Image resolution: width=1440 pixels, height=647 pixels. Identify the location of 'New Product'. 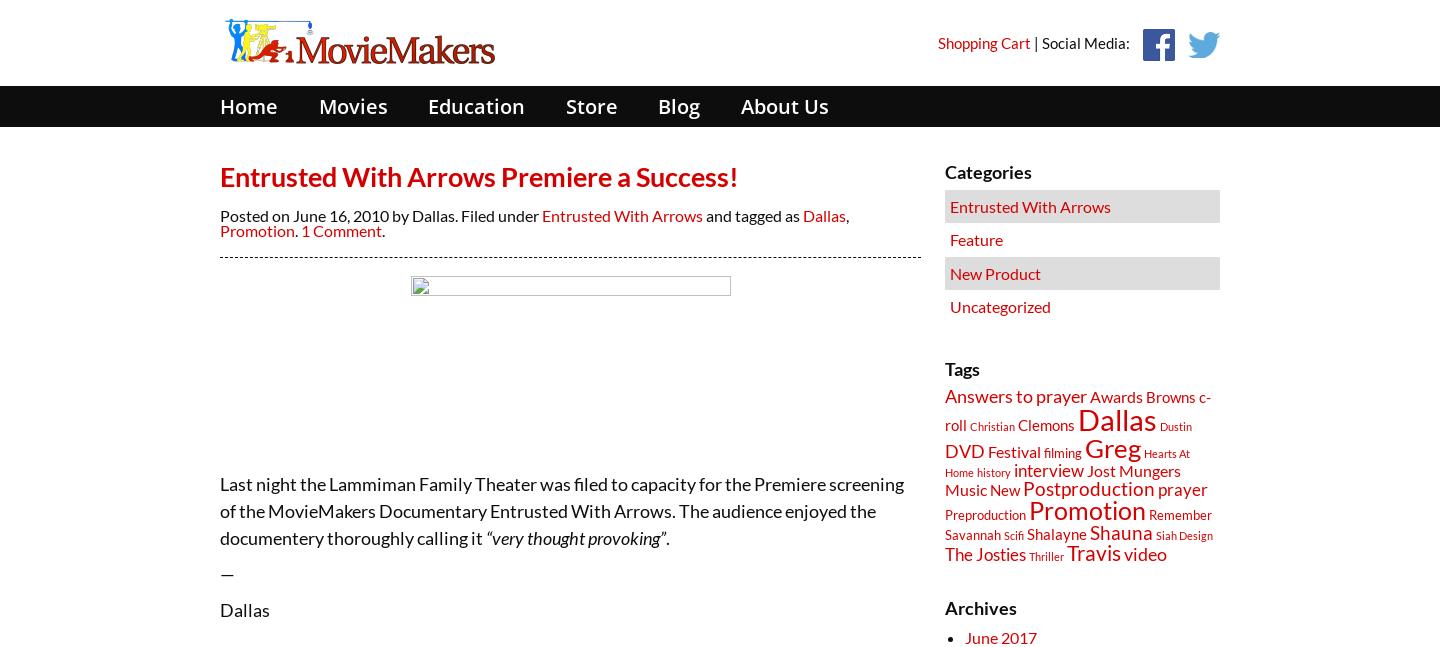
(994, 271).